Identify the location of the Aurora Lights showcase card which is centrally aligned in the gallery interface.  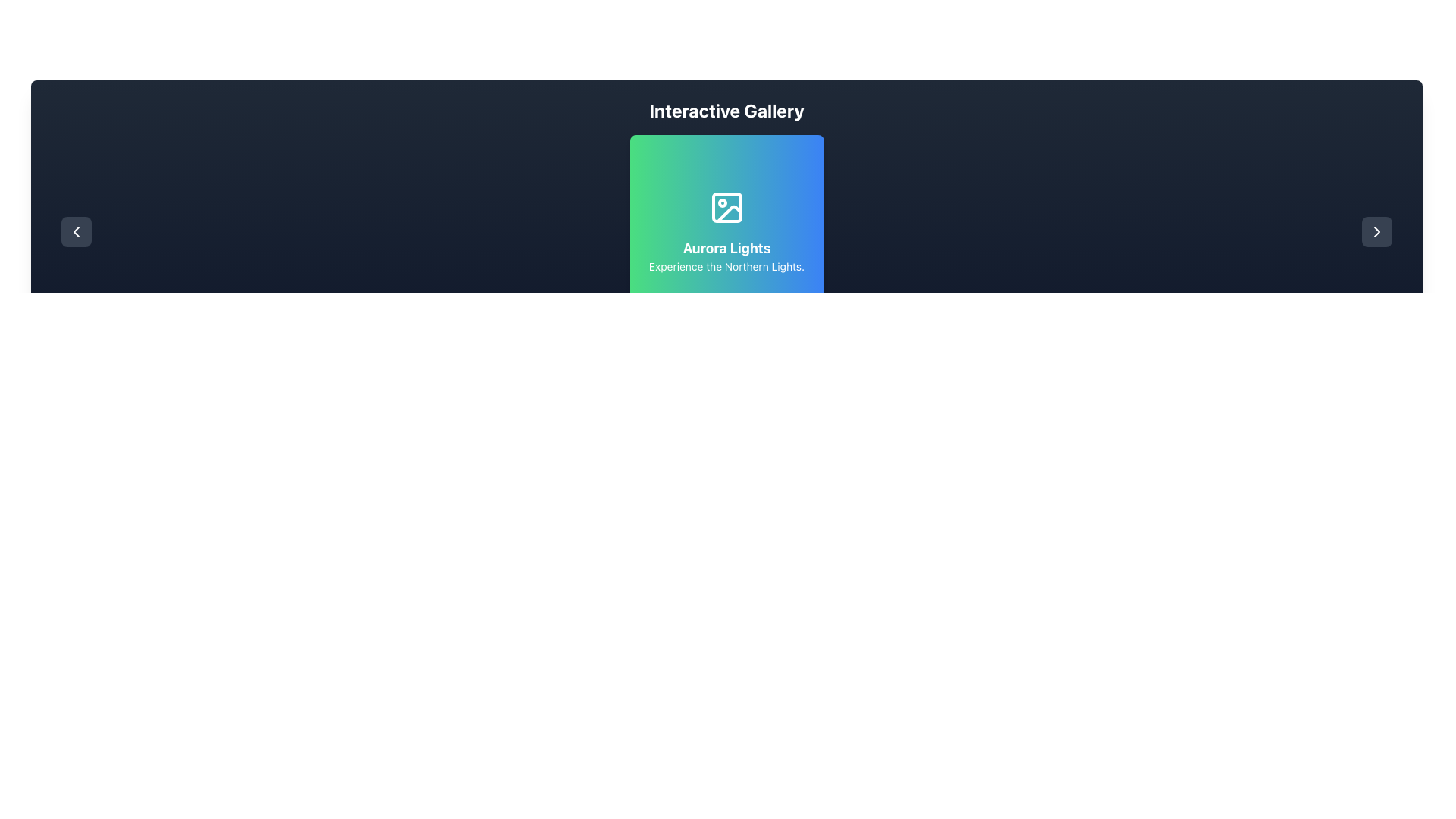
(726, 231).